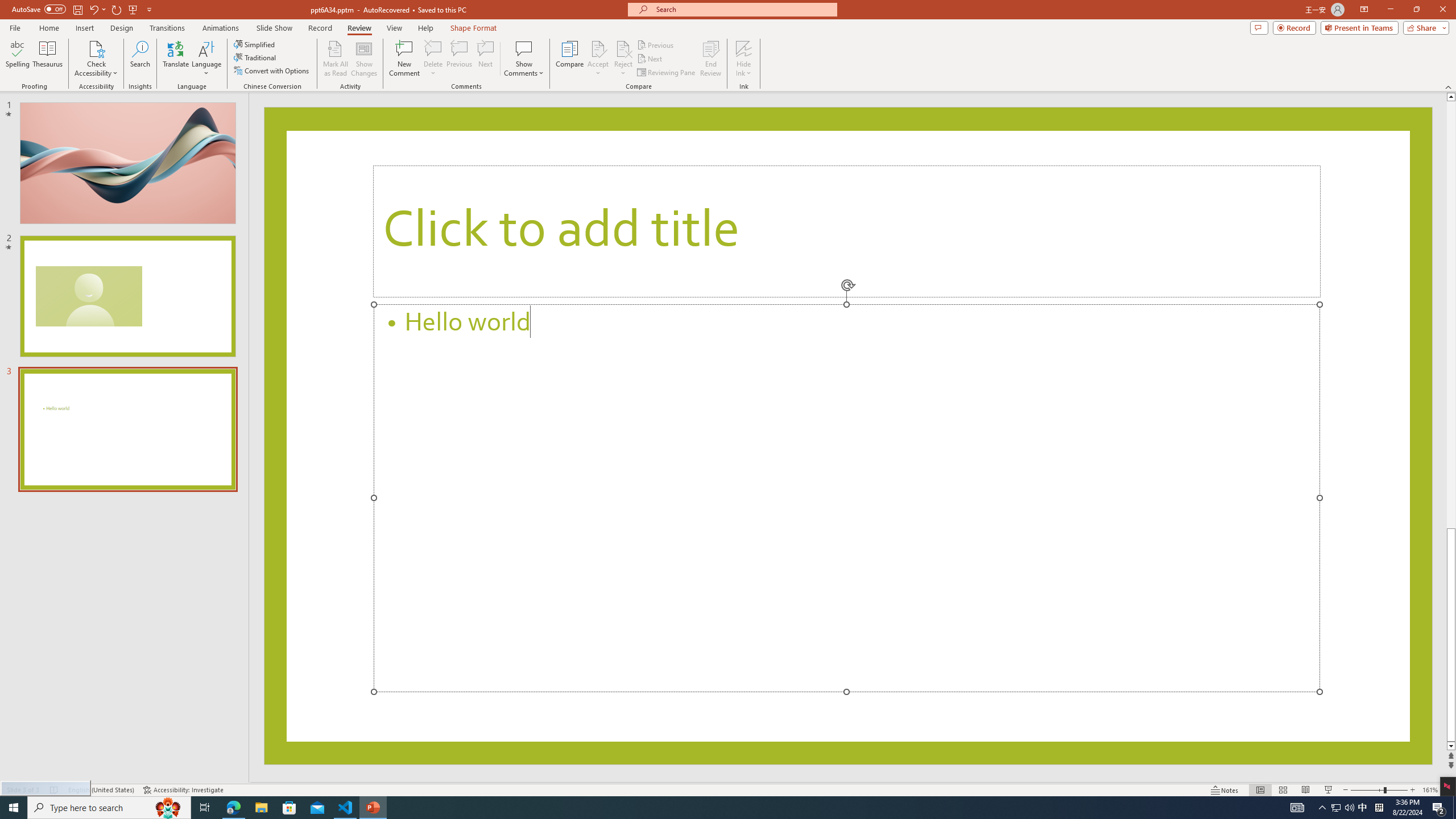  What do you see at coordinates (1449, 790) in the screenshot?
I see `'Zoom to Fit '` at bounding box center [1449, 790].